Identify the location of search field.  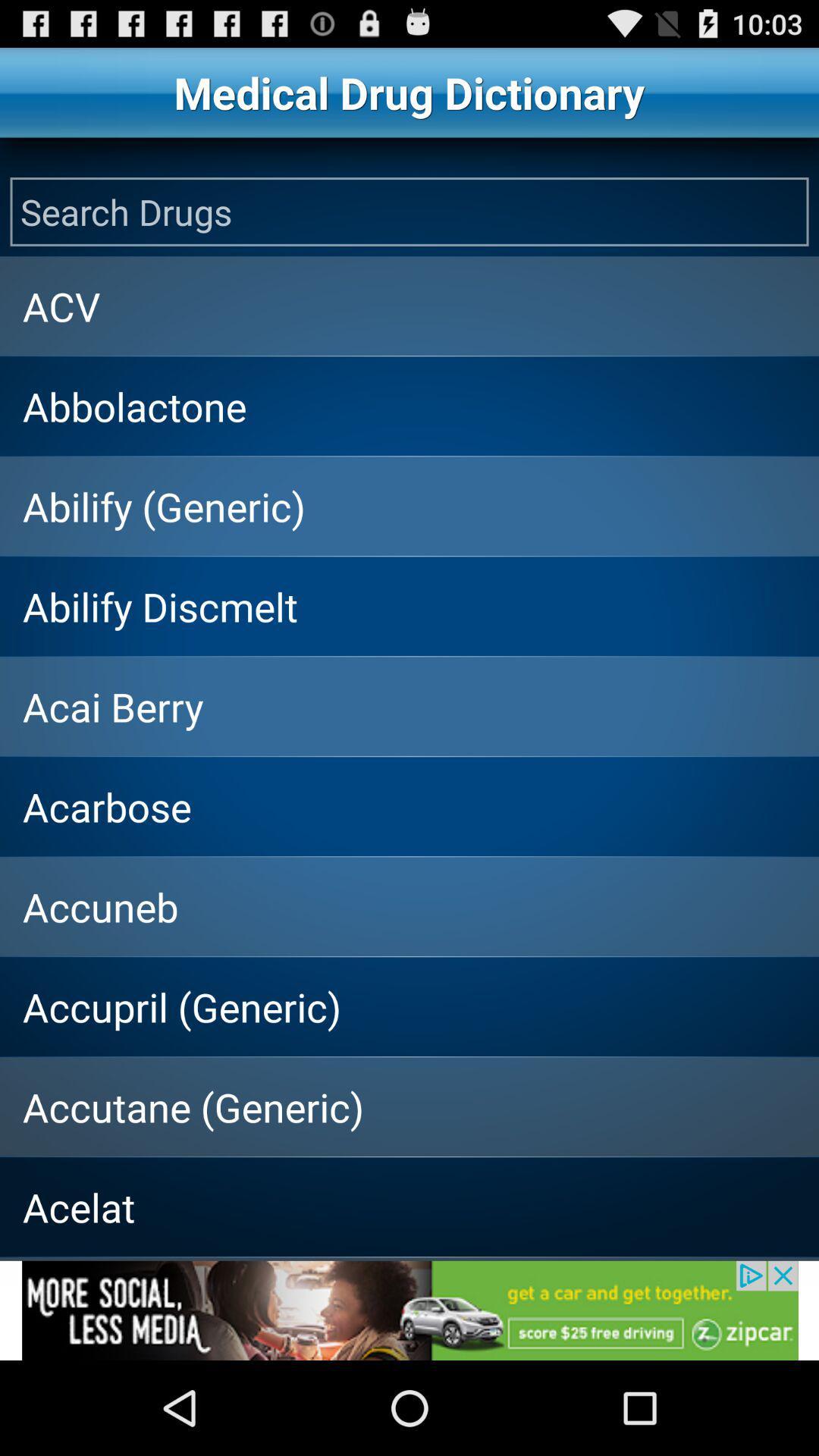
(409, 211).